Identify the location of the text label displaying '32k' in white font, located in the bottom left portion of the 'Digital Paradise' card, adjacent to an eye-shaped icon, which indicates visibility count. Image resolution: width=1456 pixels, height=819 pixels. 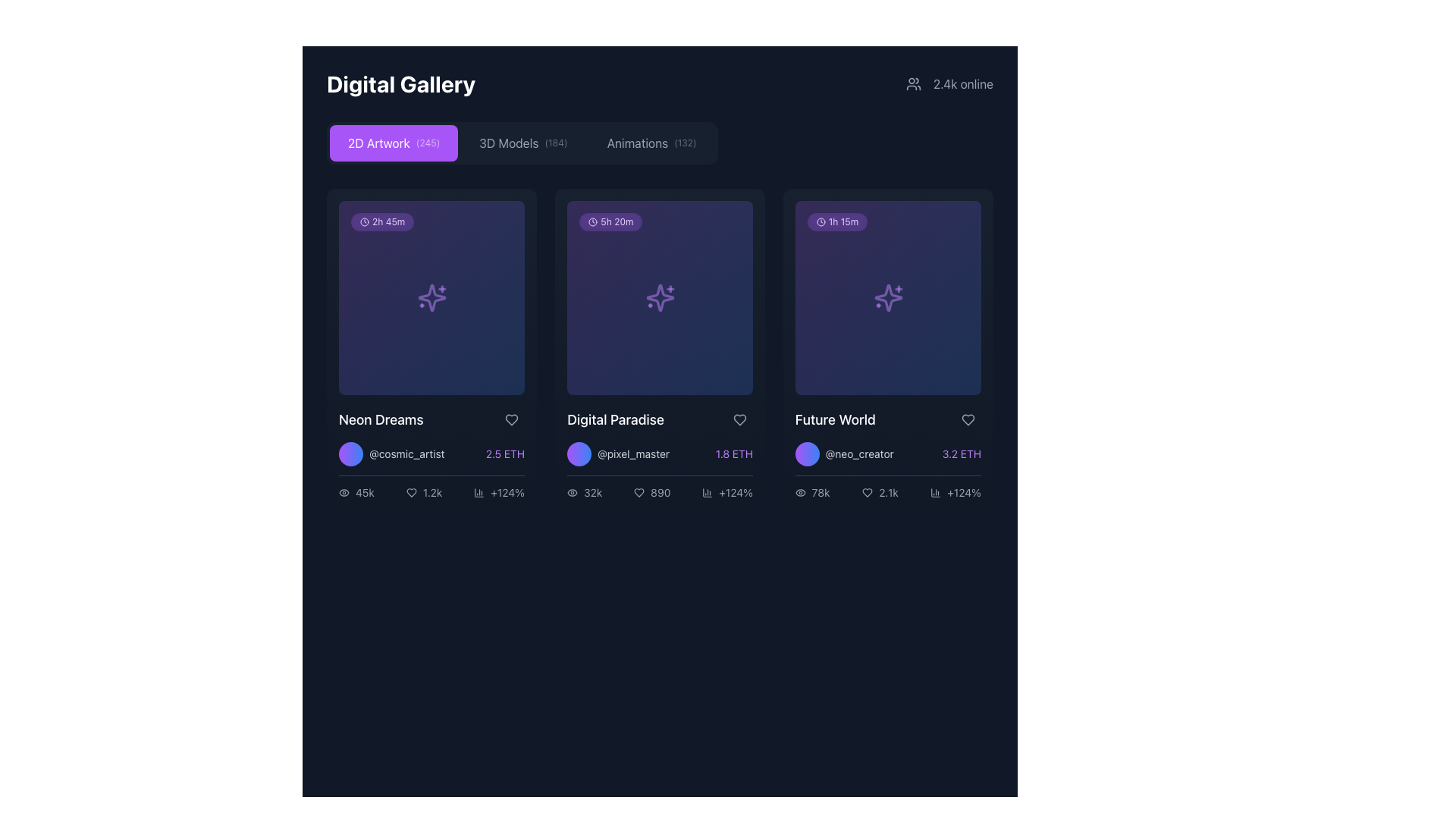
(584, 493).